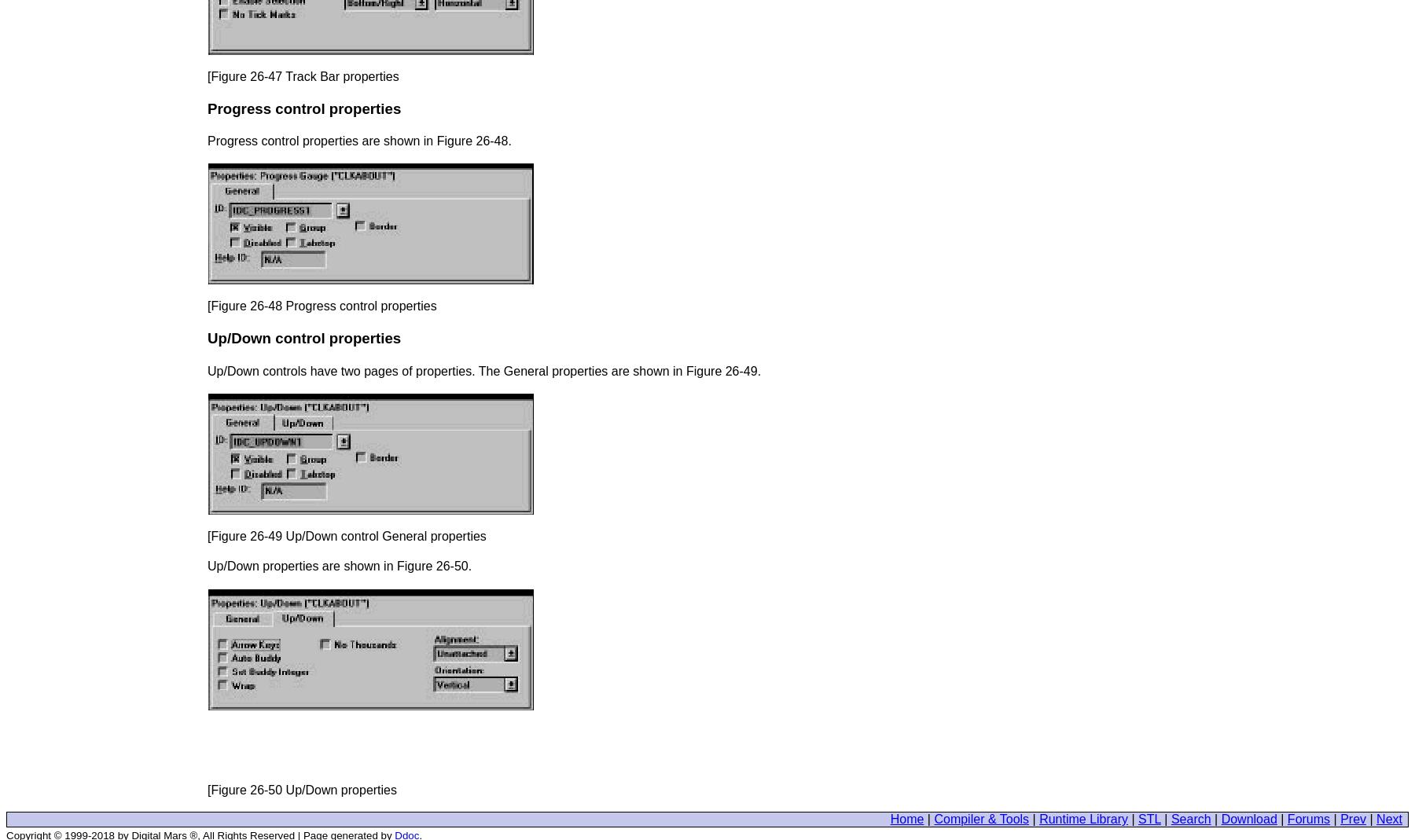  Describe the element at coordinates (483, 369) in the screenshot. I see `'Up/Down controls have two pages of properties. The General 
properties are shown in Figure 26-49.'` at that location.